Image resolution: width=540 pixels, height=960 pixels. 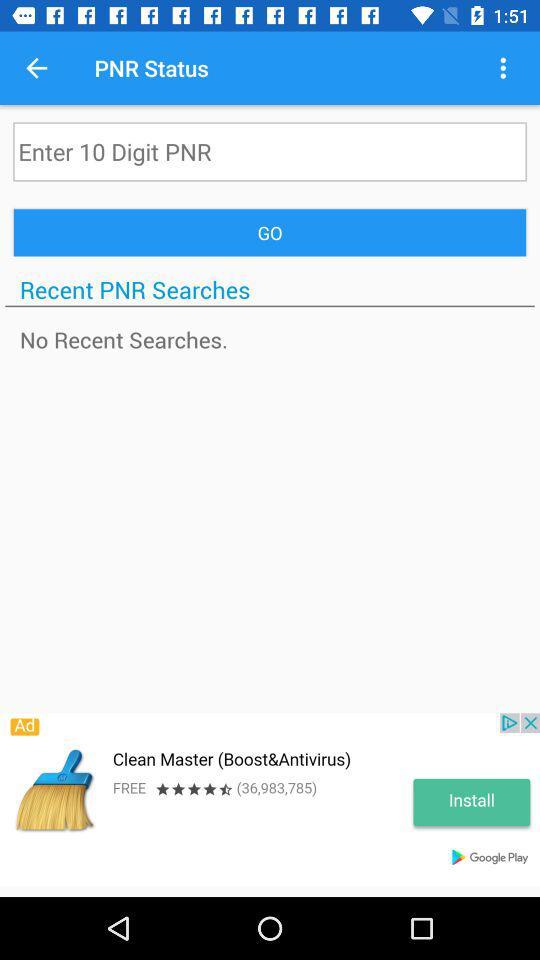 I want to click on opens an advertisement, so click(x=270, y=799).